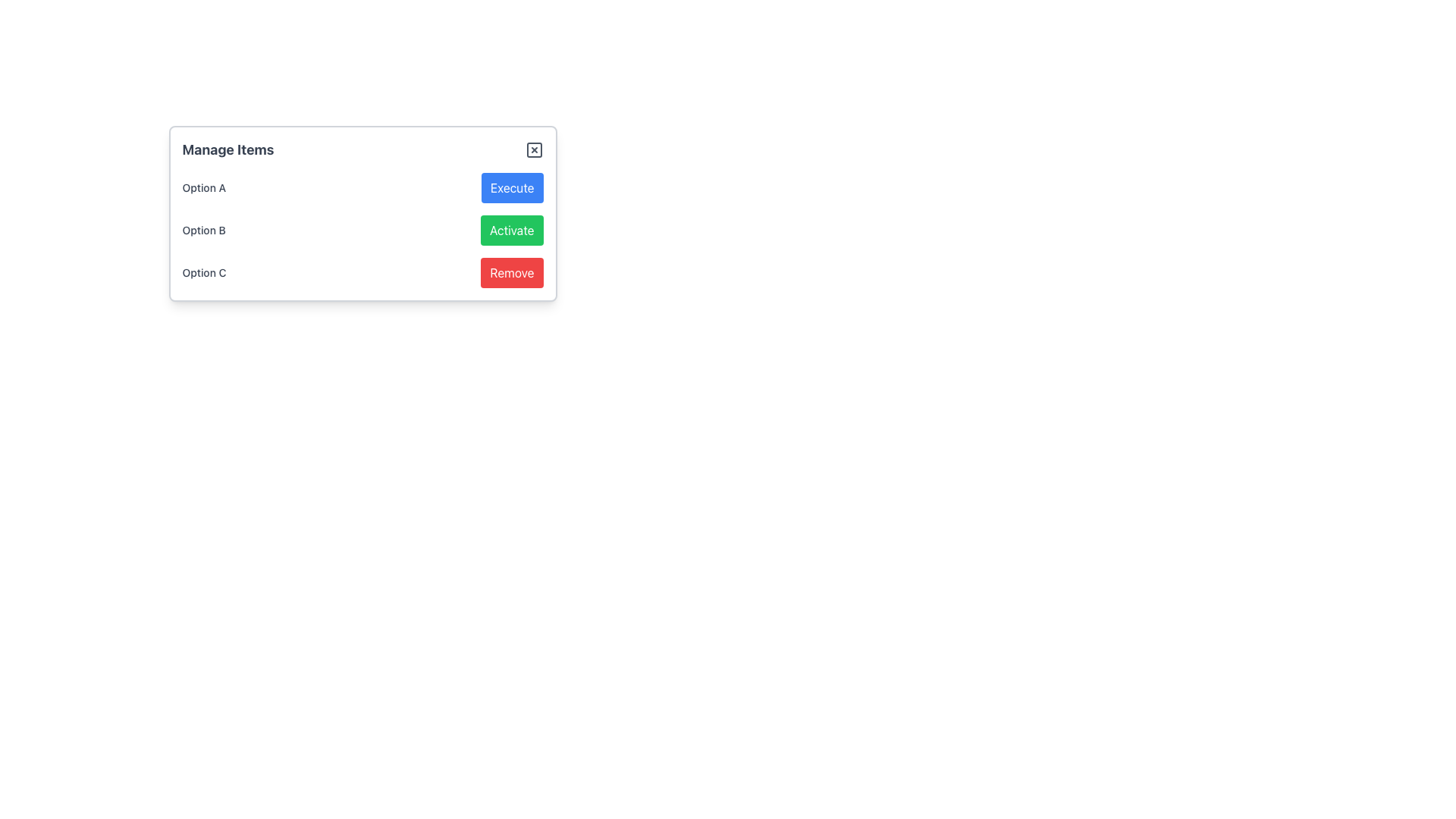 The height and width of the screenshot is (819, 1456). Describe the element at coordinates (203, 271) in the screenshot. I see `the text label displaying 'Option C', which is the third entry in the 'Manage Items' list, styled in gray and located below 'Option B'` at that location.